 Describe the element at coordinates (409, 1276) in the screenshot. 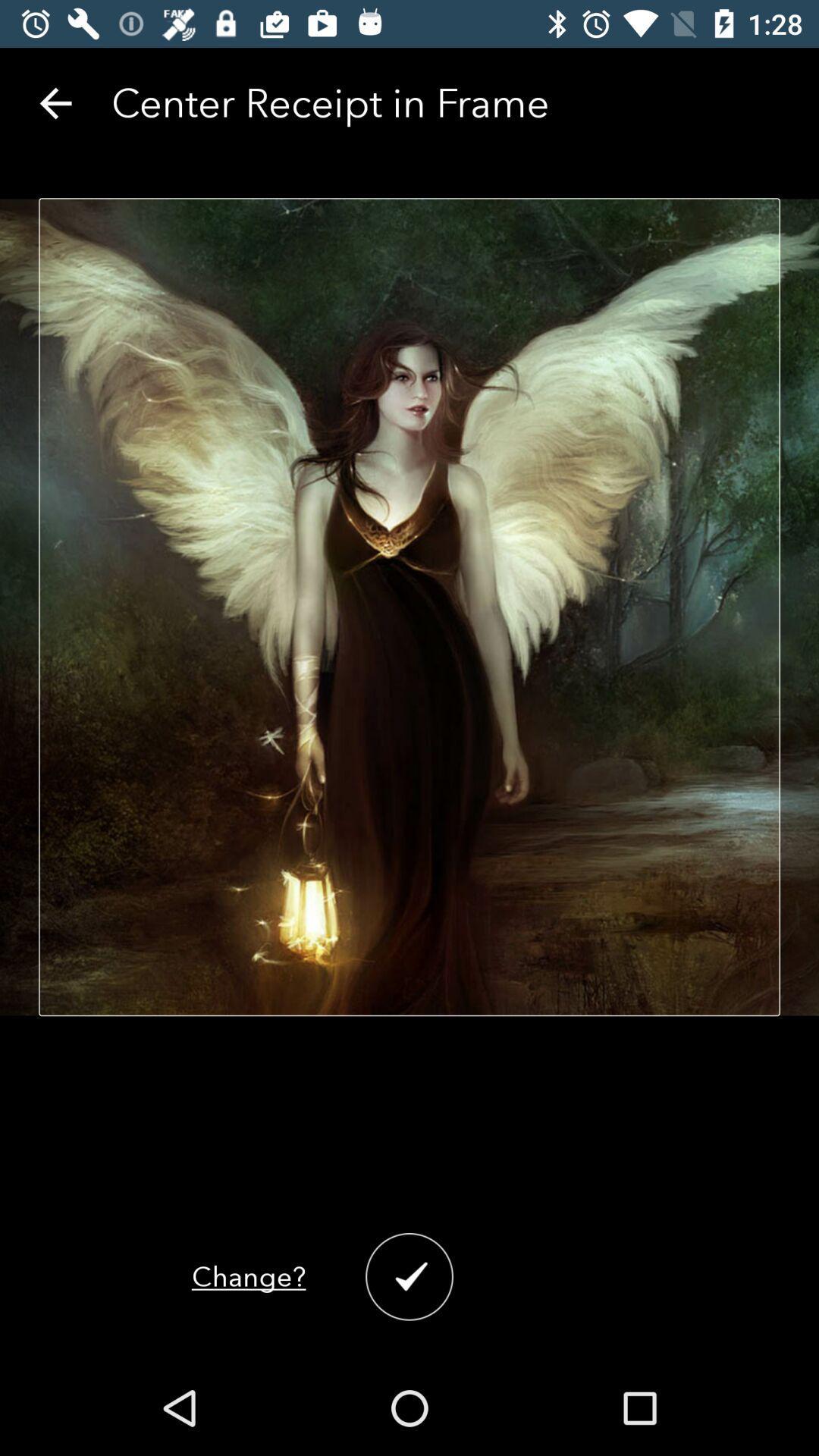

I see `icon next to change?` at that location.